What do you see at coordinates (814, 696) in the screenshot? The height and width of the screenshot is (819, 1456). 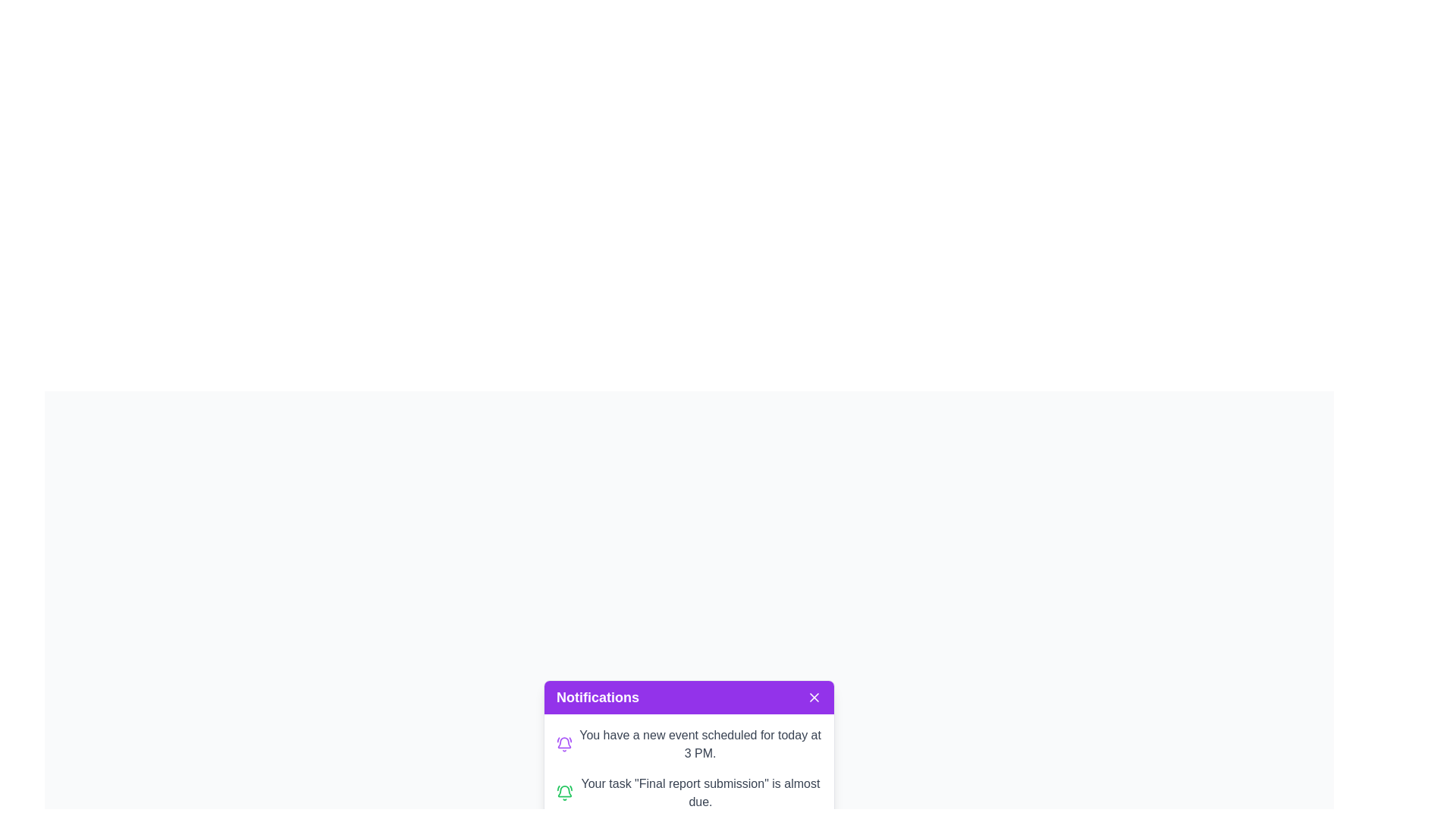 I see `the Close button icon located in the top-right corner of the purple notification header` at bounding box center [814, 696].